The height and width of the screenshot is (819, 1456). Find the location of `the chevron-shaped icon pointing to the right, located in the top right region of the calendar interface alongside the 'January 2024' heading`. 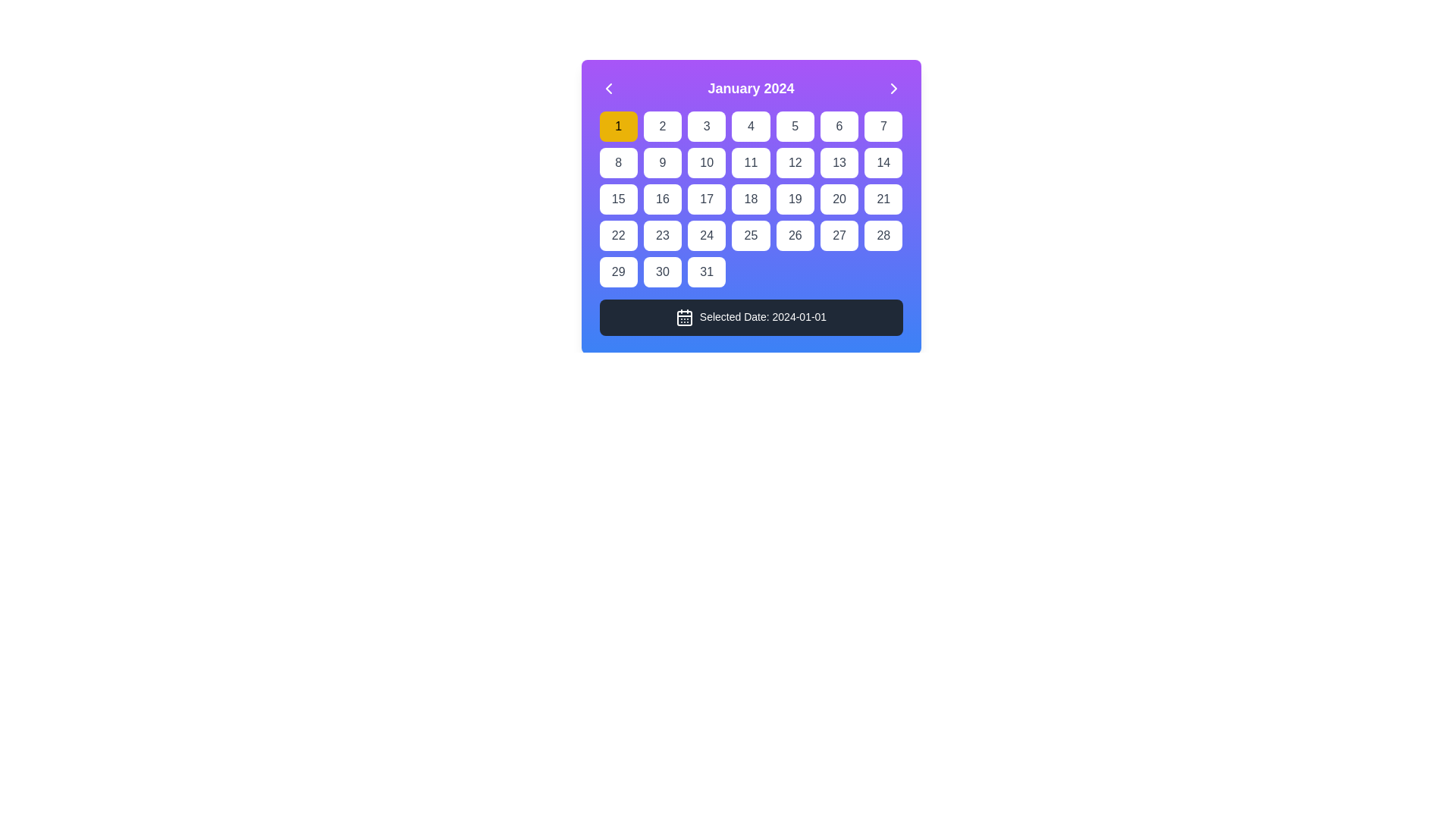

the chevron-shaped icon pointing to the right, located in the top right region of the calendar interface alongside the 'January 2024' heading is located at coordinates (893, 88).